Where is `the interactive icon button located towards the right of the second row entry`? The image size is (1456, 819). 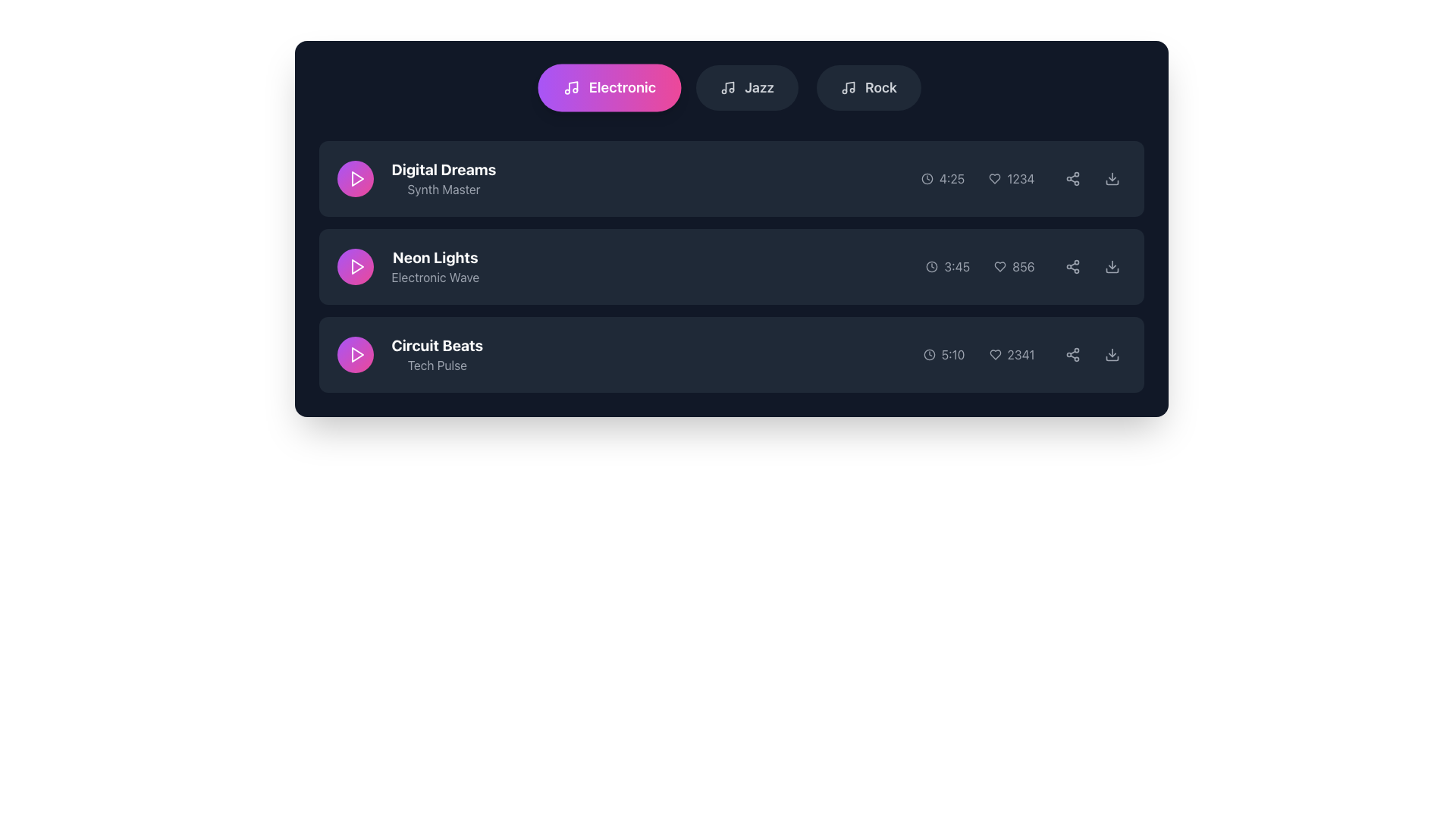
the interactive icon button located towards the right of the second row entry is located at coordinates (1072, 265).